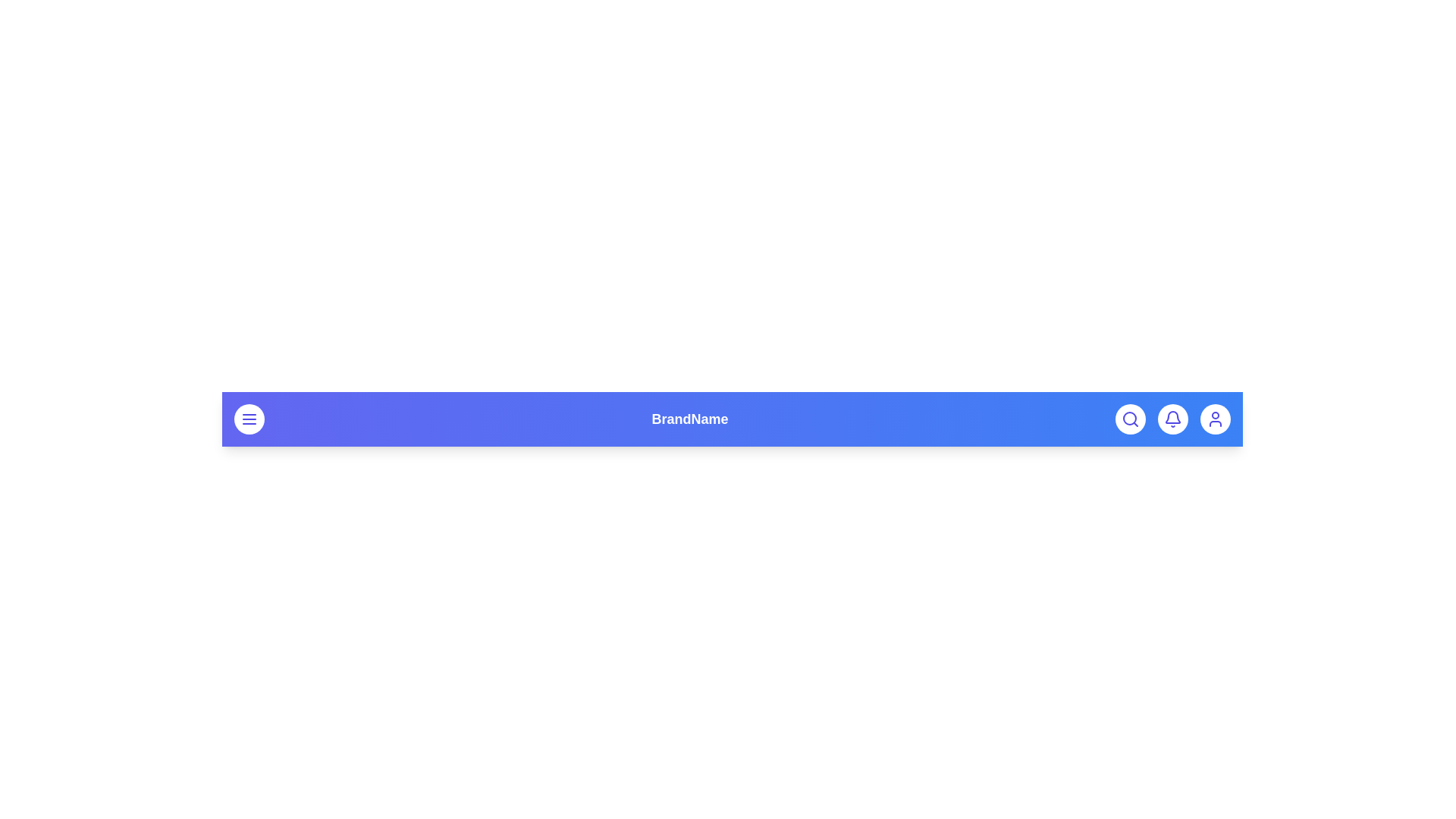 The height and width of the screenshot is (819, 1456). I want to click on the search button to toggle the search input, so click(1131, 419).